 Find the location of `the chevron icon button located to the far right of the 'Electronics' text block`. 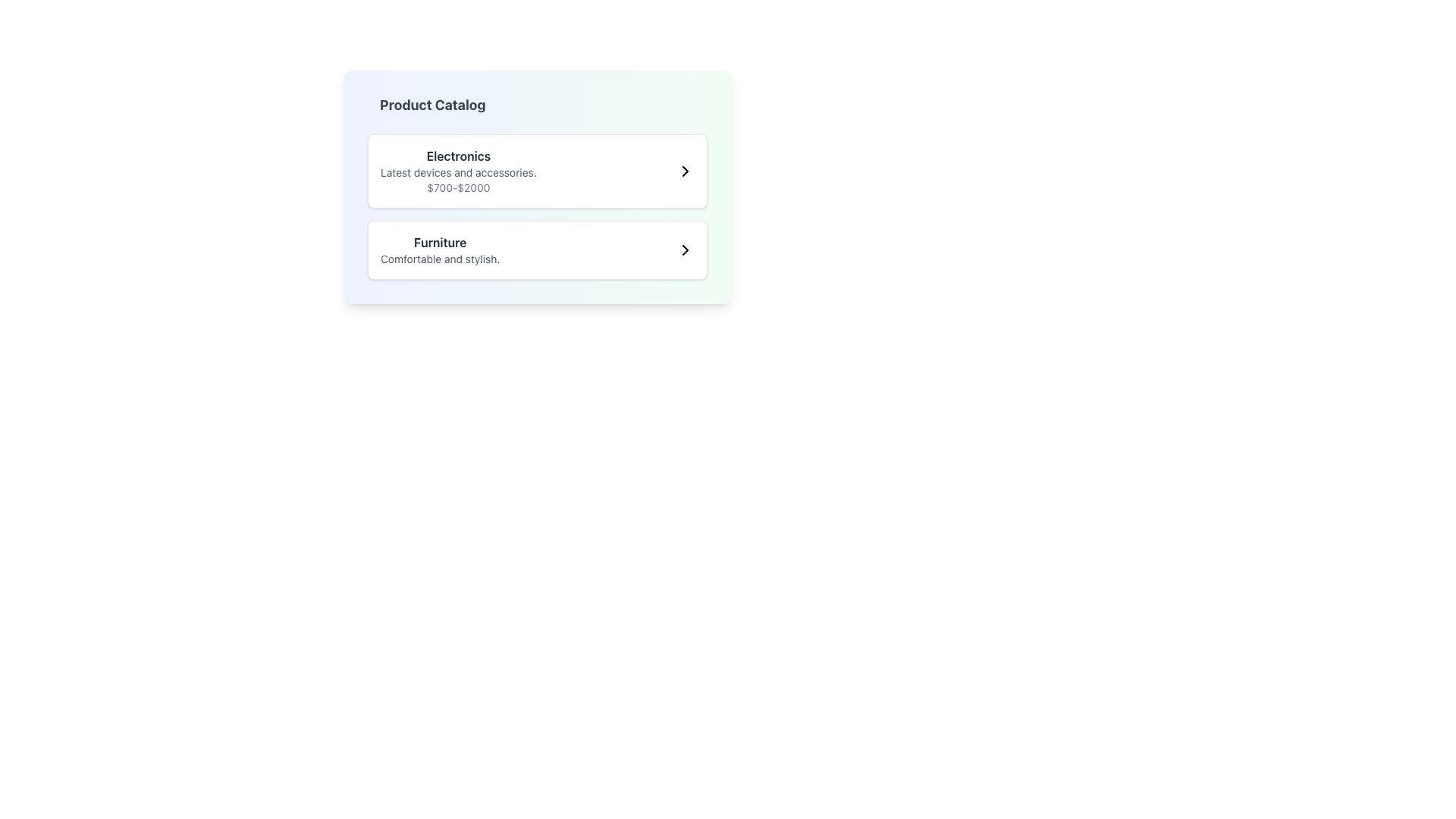

the chevron icon button located to the far right of the 'Electronics' text block is located at coordinates (684, 171).